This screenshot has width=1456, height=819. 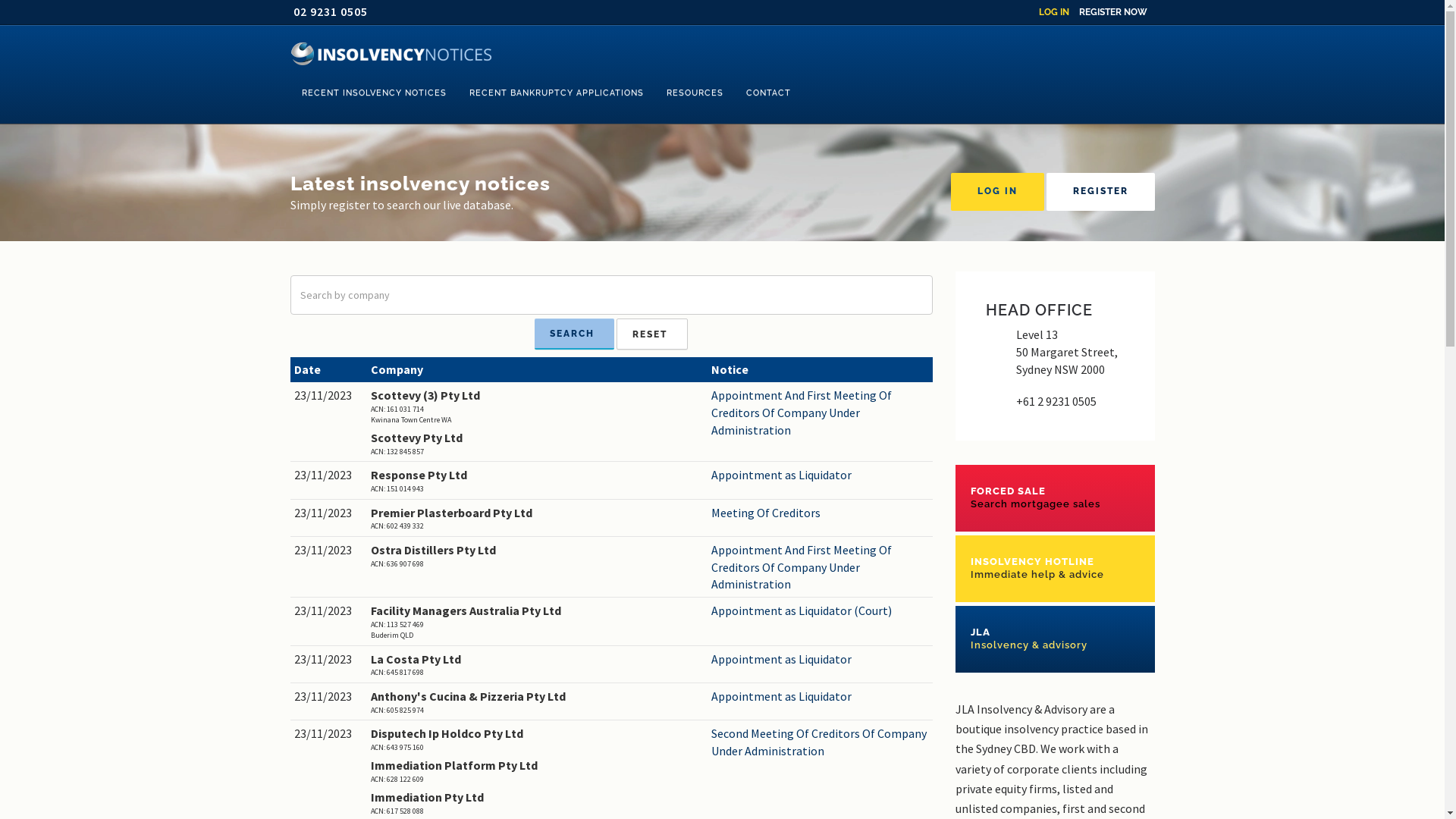 I want to click on 'Appointment as Liquidator', so click(x=819, y=474).